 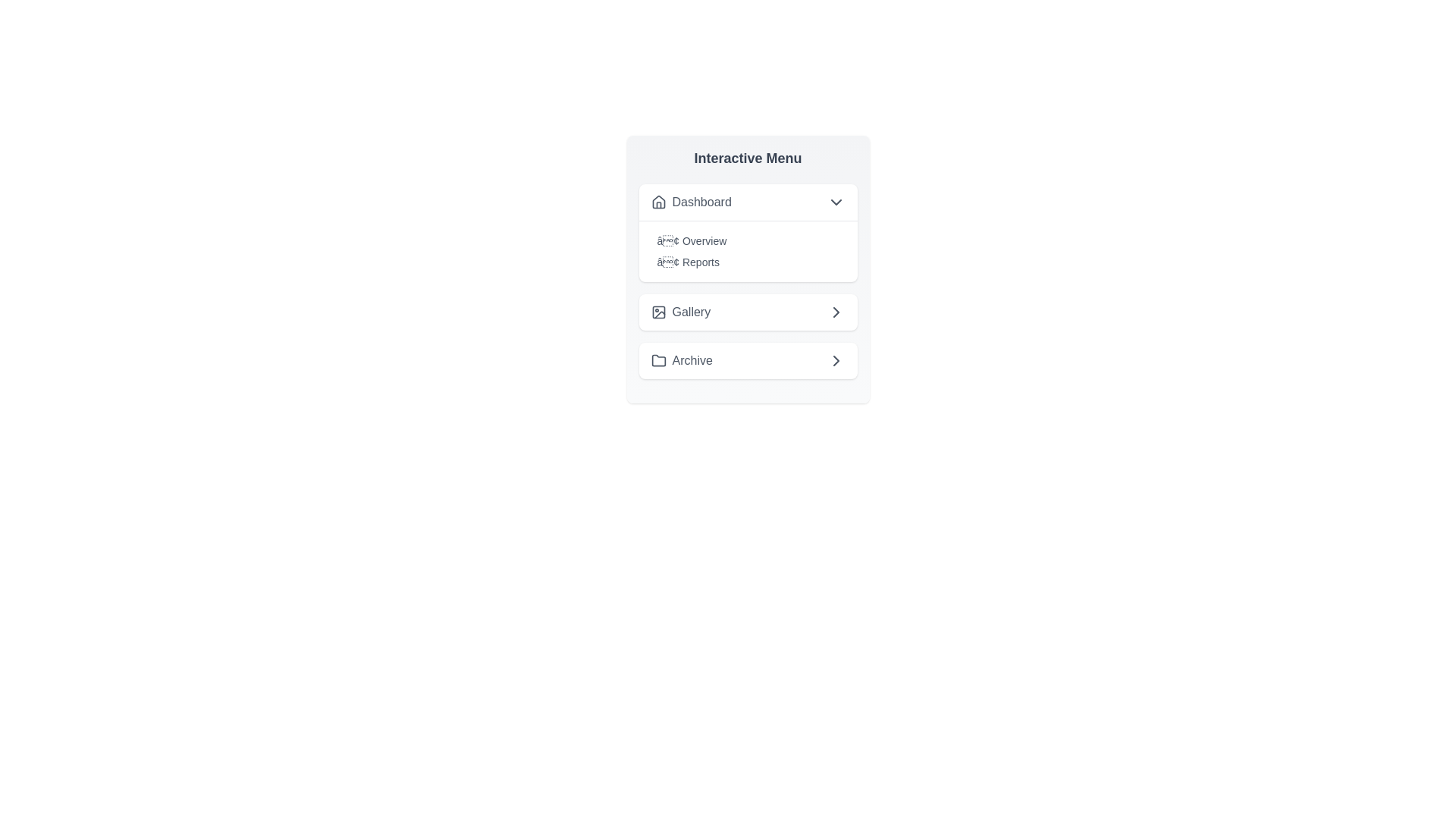 What do you see at coordinates (748, 240) in the screenshot?
I see `the subsection item Overview under the section Dashboard` at bounding box center [748, 240].